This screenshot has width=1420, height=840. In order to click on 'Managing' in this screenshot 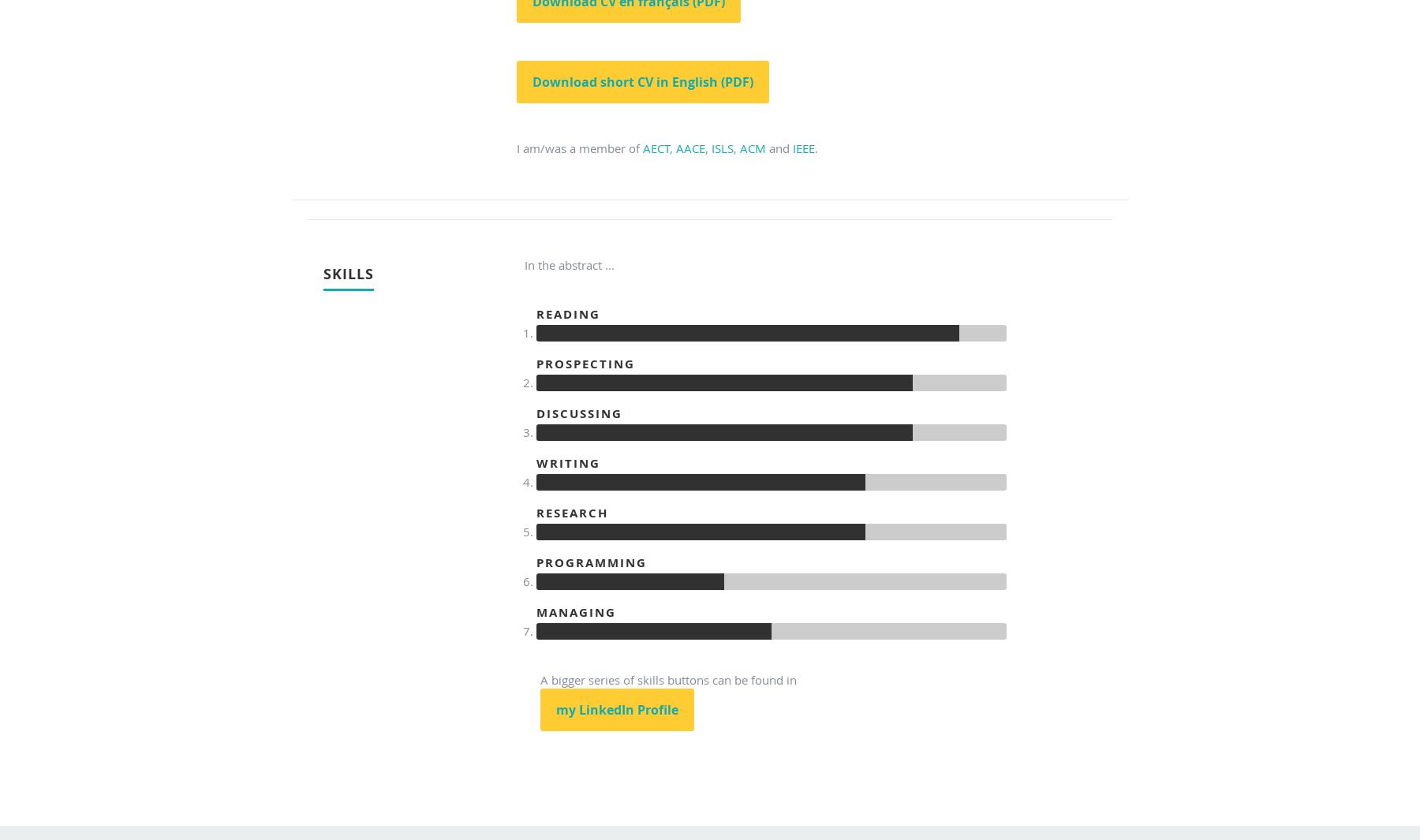, I will do `click(575, 612)`.